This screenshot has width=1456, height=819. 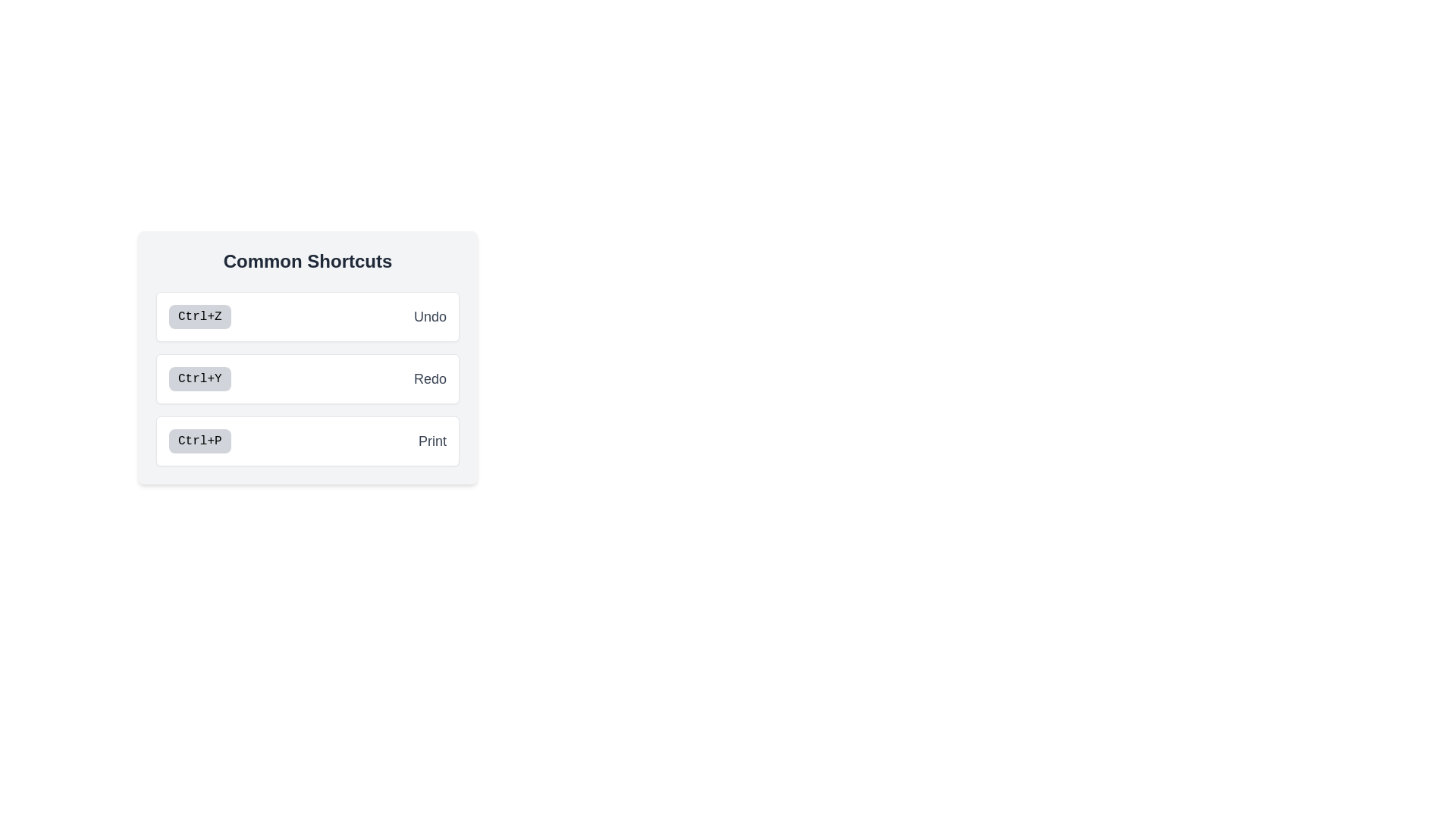 What do you see at coordinates (429, 378) in the screenshot?
I see `the label displaying 'Redo' which is aligned to the right side next to 'Ctrl+Y' in the middle row of the 'Common Shortcuts' list` at bounding box center [429, 378].